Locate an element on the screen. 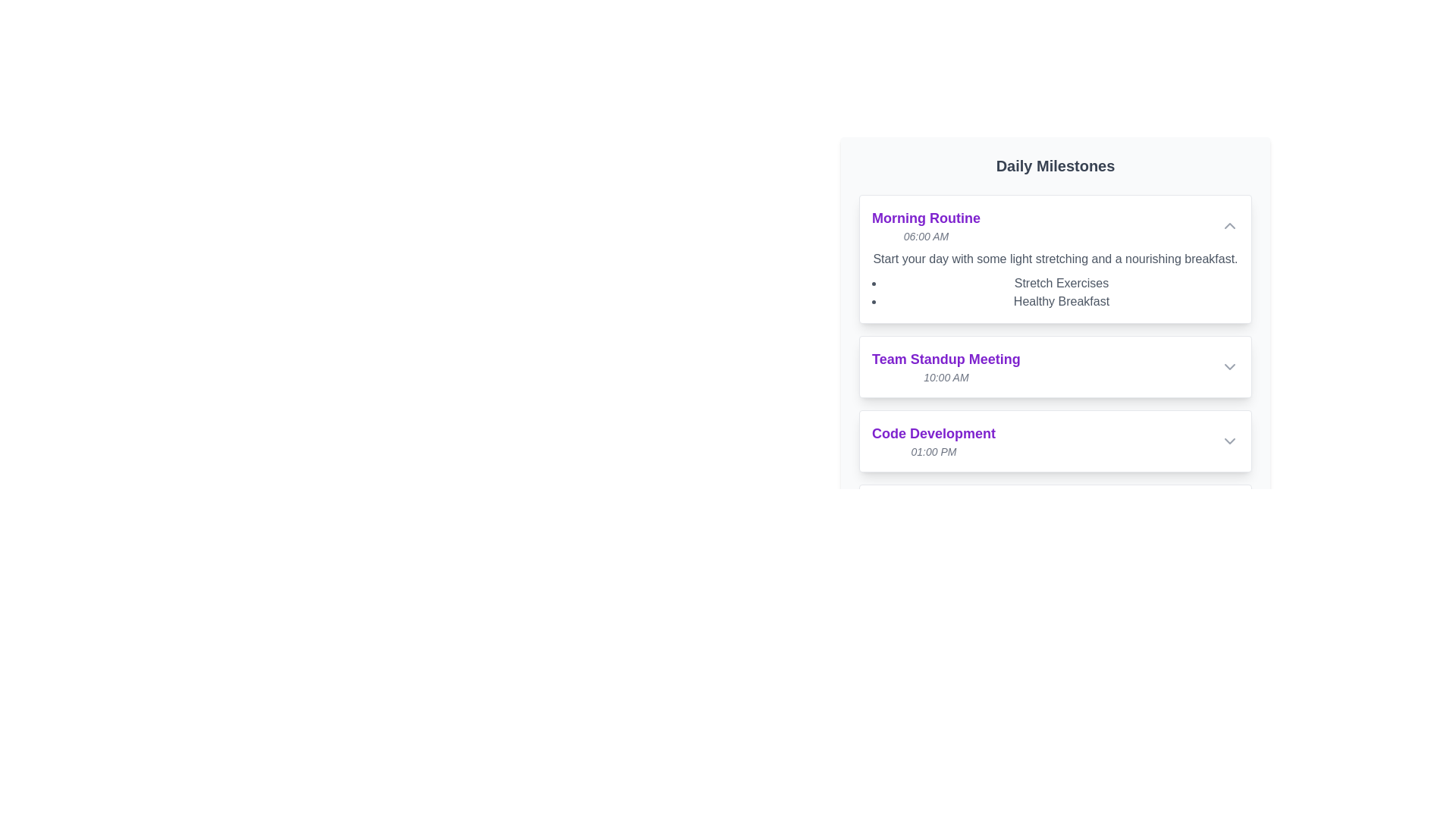 The height and width of the screenshot is (819, 1456). the third List Card element in the 'Daily Milestones' section is located at coordinates (1055, 441).